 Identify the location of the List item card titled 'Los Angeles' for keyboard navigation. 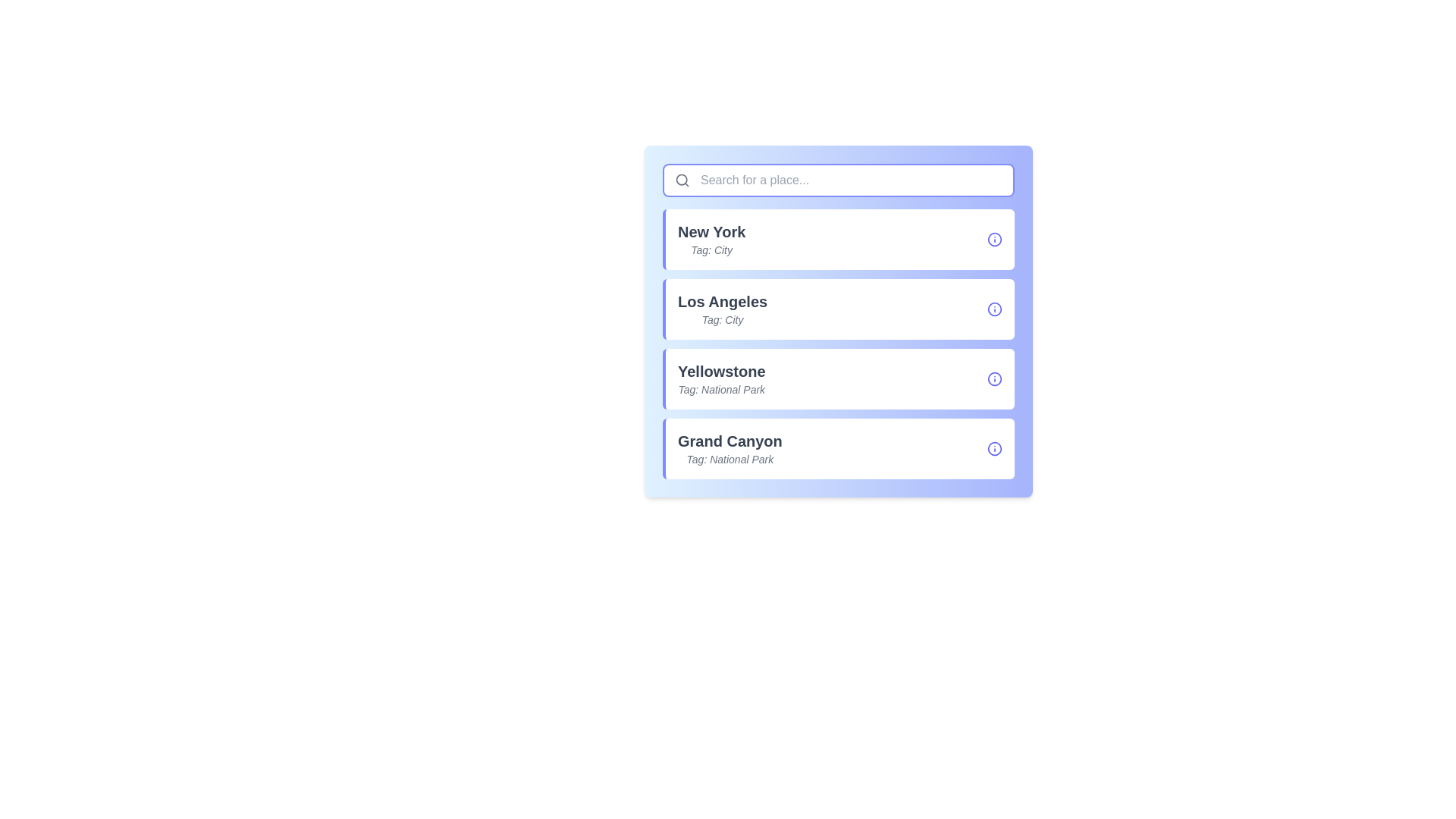
(837, 309).